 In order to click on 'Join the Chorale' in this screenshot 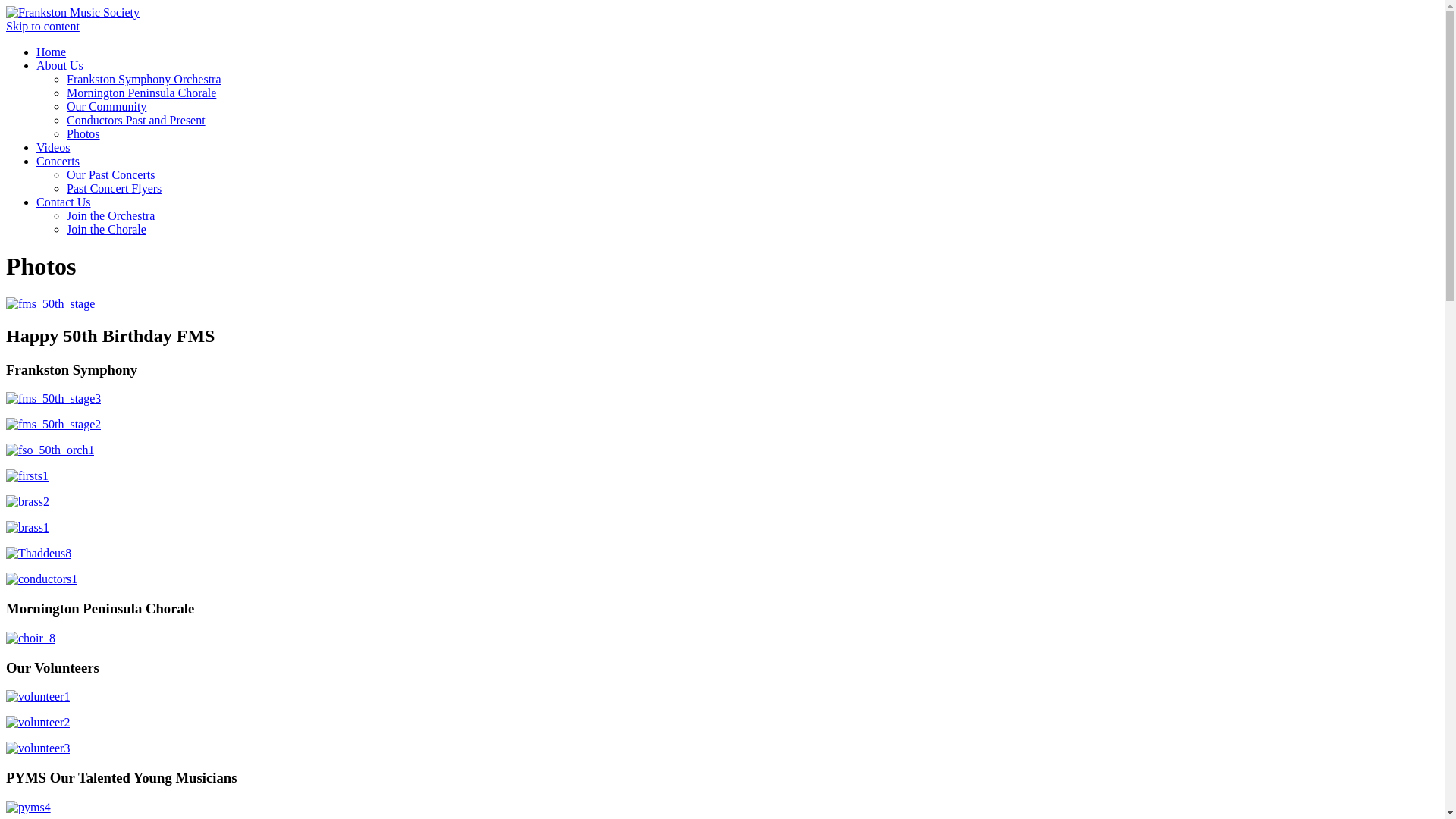, I will do `click(105, 229)`.